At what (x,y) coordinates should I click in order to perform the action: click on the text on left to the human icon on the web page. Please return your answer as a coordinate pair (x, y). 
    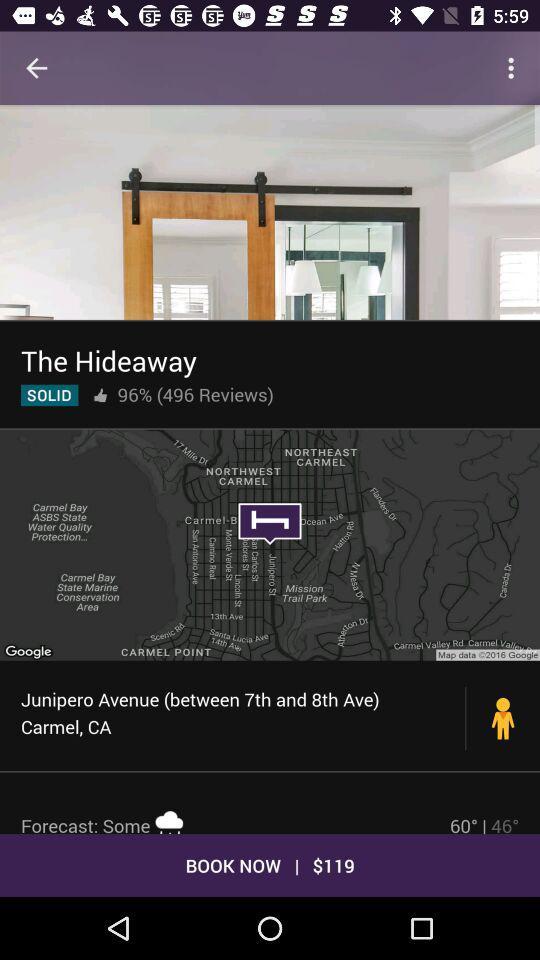
    Looking at the image, I should click on (244, 712).